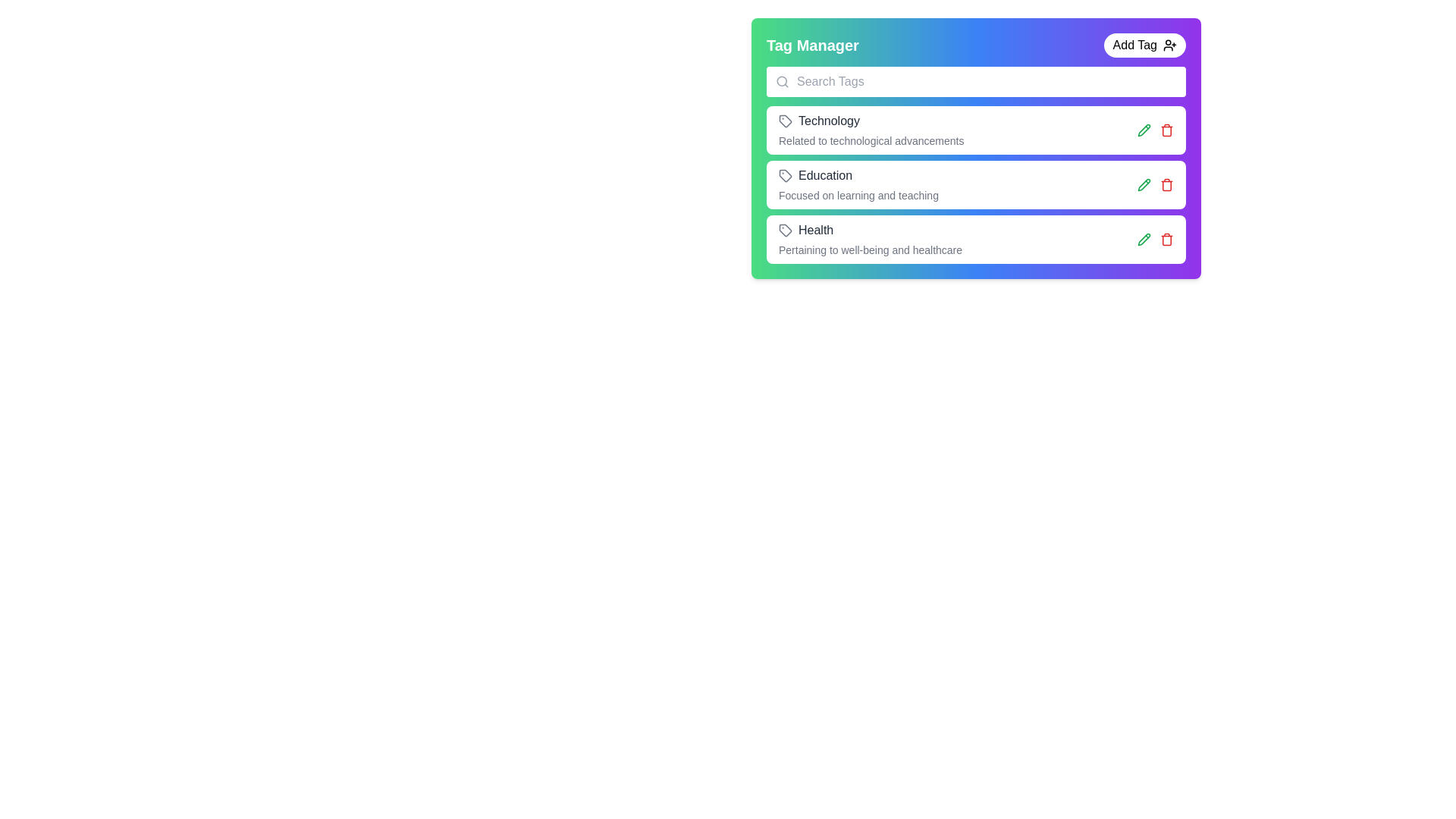  I want to click on the gray tag icon located to the left of the 'Education' entry in the list of tag entries, so click(786, 174).